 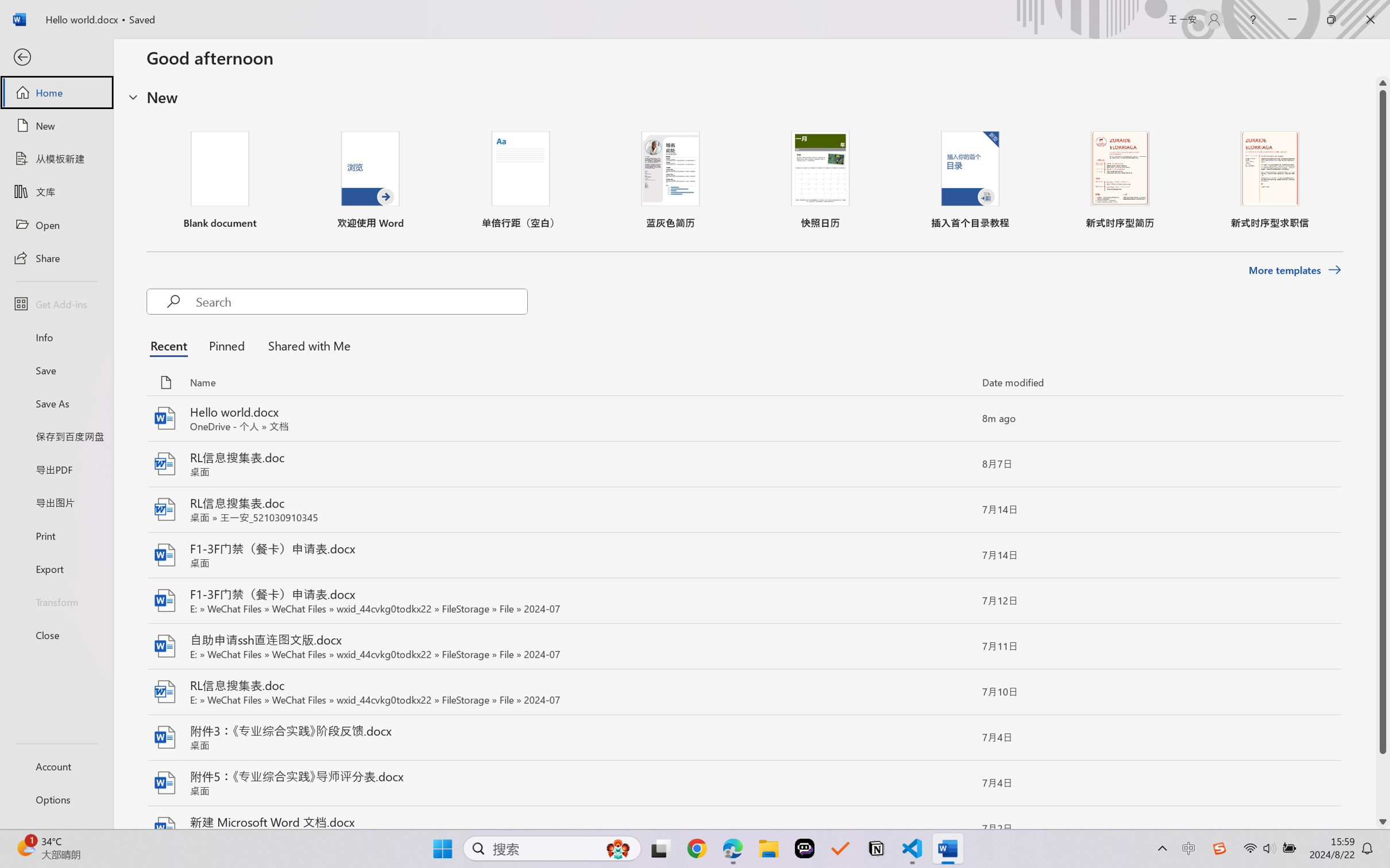 What do you see at coordinates (56, 600) in the screenshot?
I see `'Transform'` at bounding box center [56, 600].